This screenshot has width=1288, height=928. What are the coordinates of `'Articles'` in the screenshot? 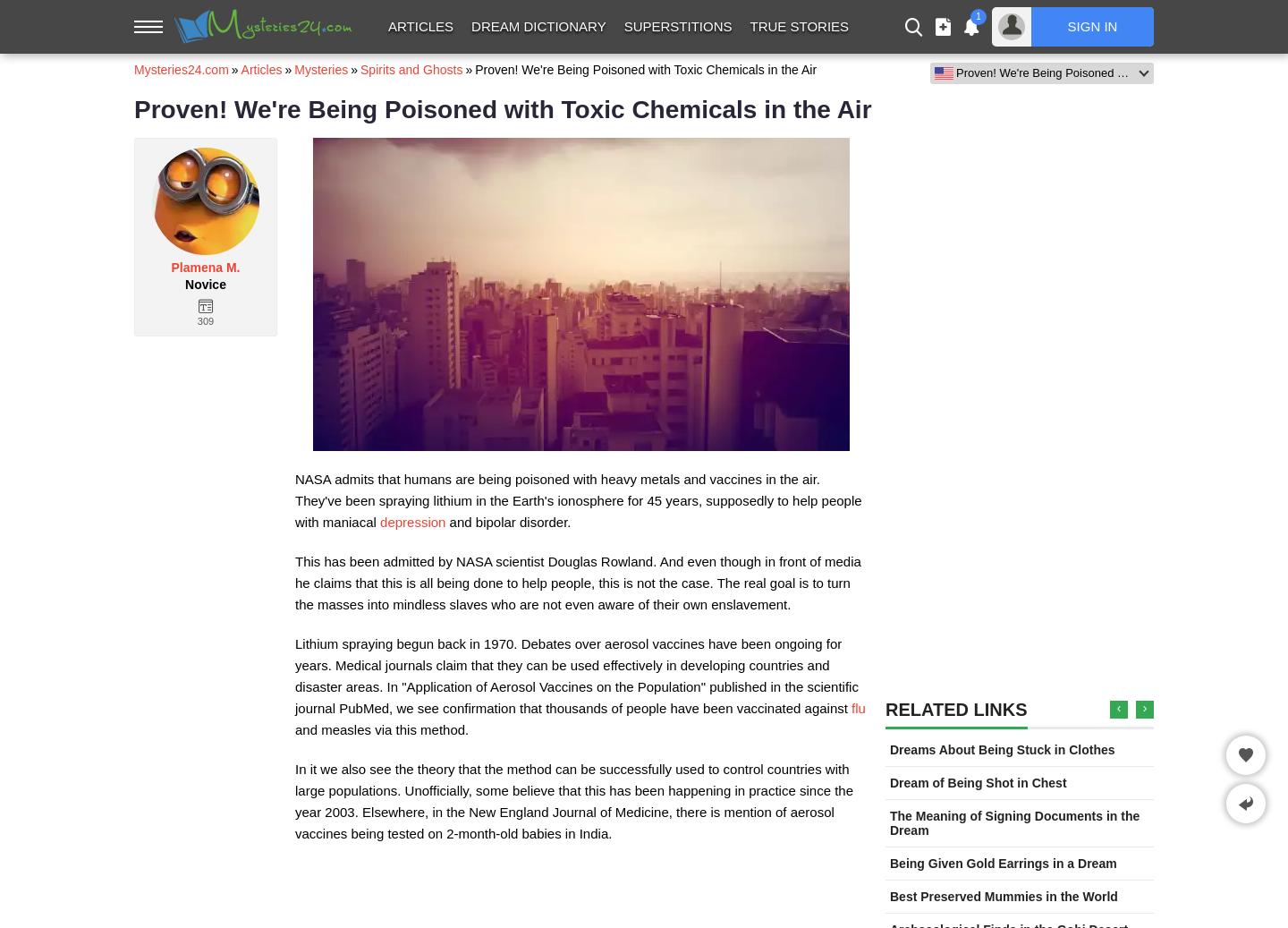 It's located at (239, 68).